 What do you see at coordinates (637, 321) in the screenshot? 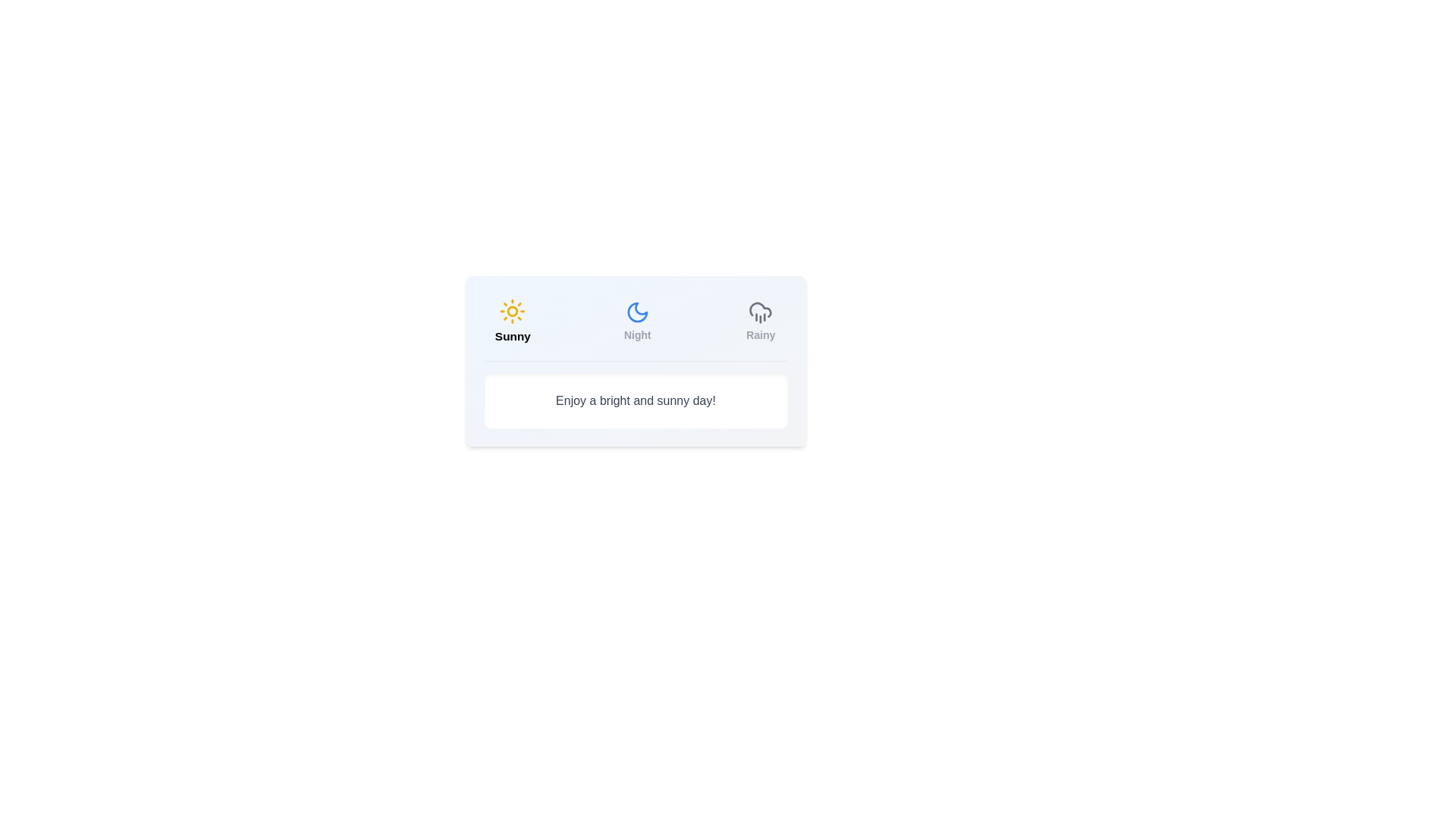
I see `the Night tab by clicking on its respective button` at bounding box center [637, 321].